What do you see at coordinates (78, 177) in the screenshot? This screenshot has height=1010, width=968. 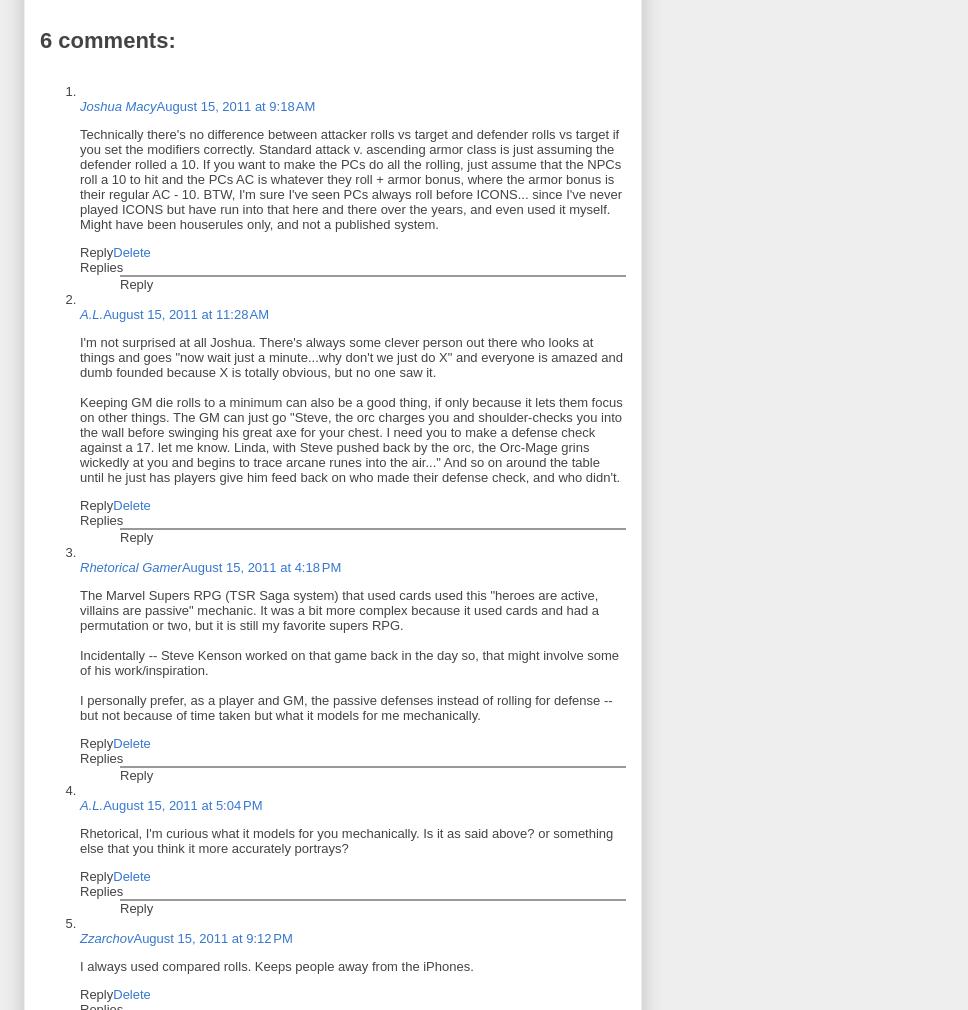 I see `'Technically there's no difference between attacker rolls vs target and defender rolls vs target if you set the modifiers correctly.  Standard attack v. ascending armor class is just assuming the defender rolled a 10.  If you want to make the PCs do all the rolling, just assume that the NPCs roll a 10 to hit and the PCs AC is whatever they roll + armor bonus, where the armor bonus is their regular AC - 10.  BTW, I'm sure I've seen PCs always roll before ICONS... since I've never played ICONS but have run into that here and there over the years, and even used it myself.  Might have been houserules only, and not a published system.'` at bounding box center [78, 177].